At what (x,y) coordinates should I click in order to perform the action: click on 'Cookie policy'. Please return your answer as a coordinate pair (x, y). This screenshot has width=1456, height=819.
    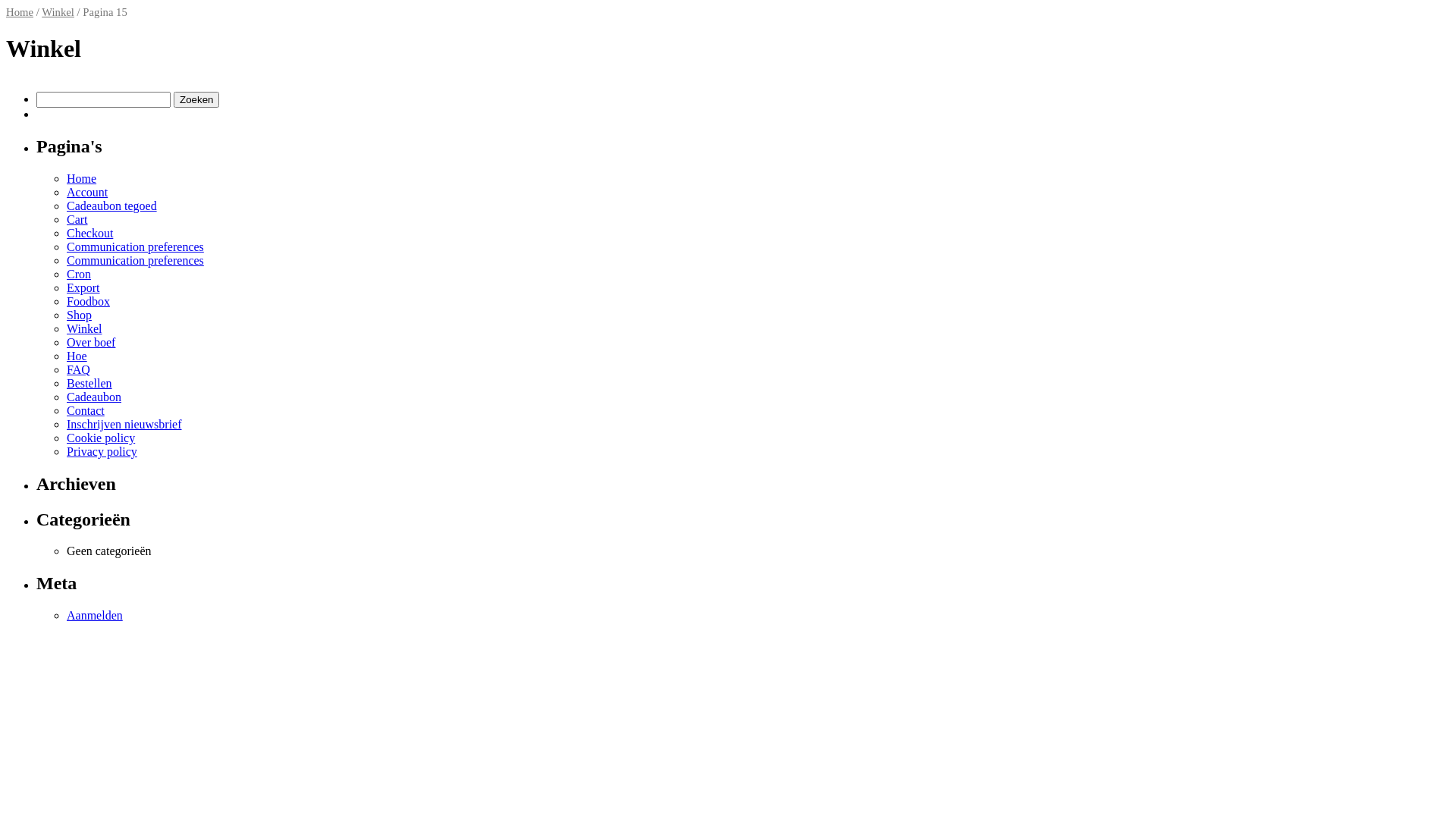
    Looking at the image, I should click on (100, 438).